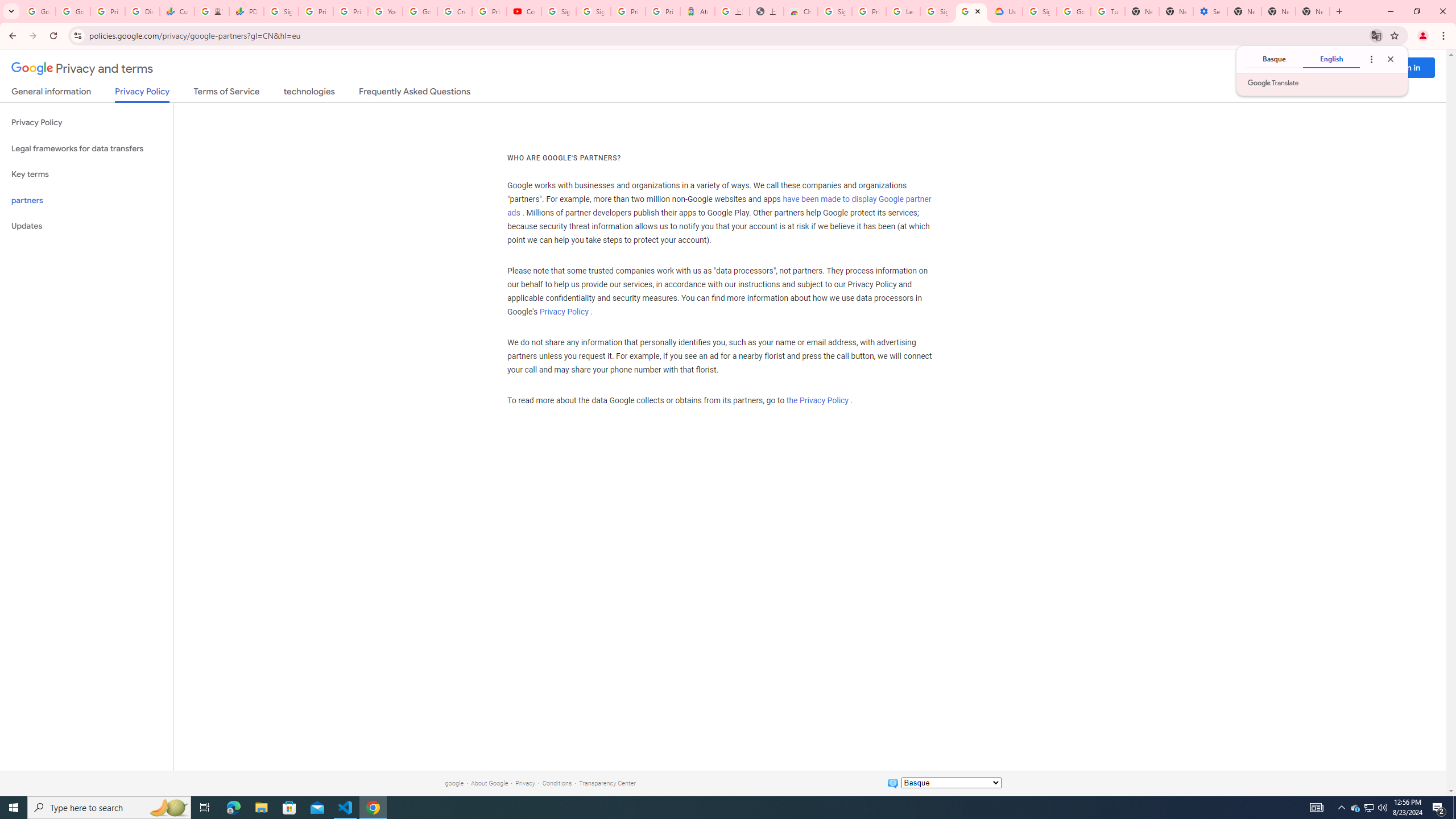  I want to click on 'Google Account Help', so click(419, 11).